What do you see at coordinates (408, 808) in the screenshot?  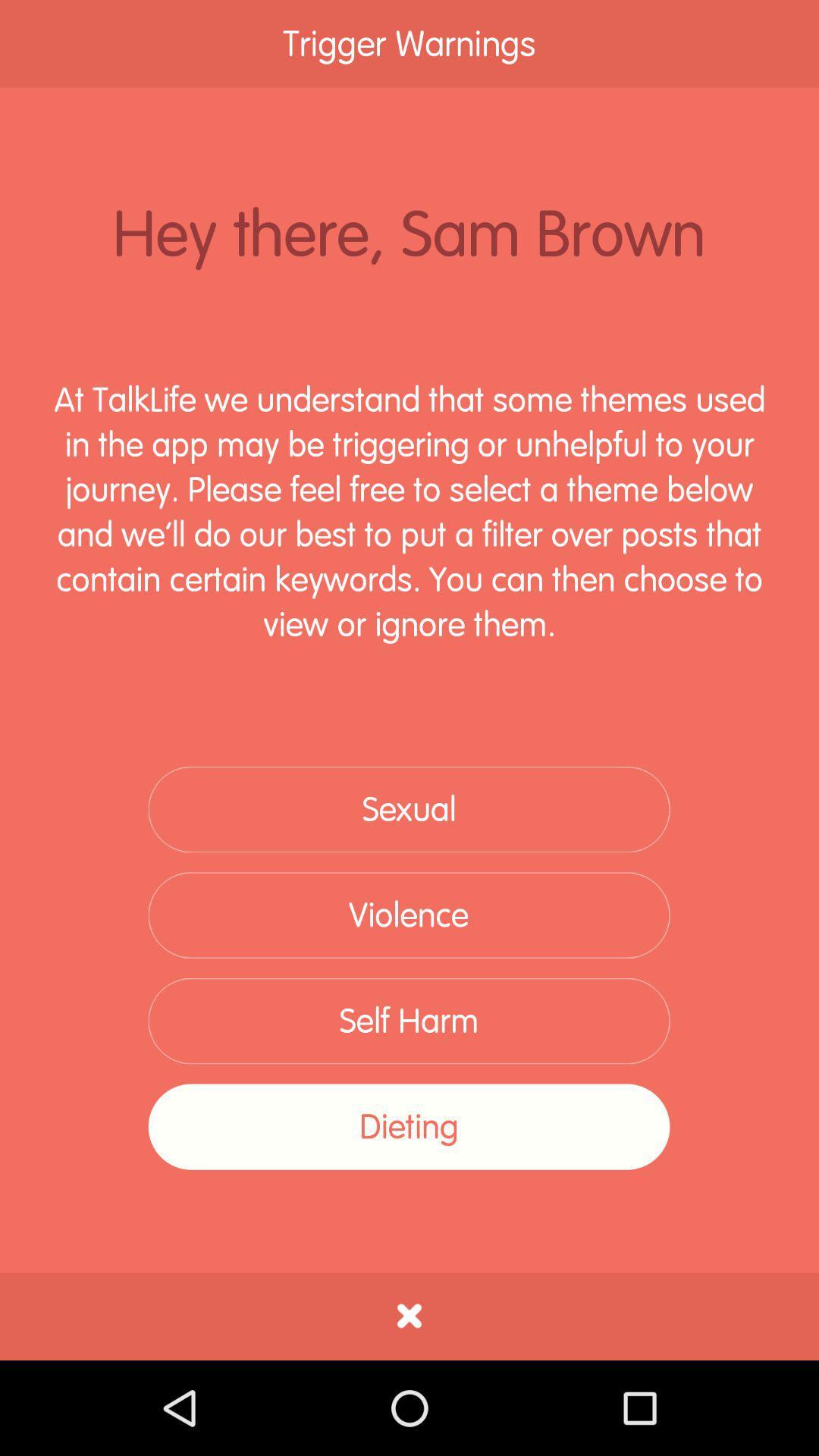 I see `the sexual icon` at bounding box center [408, 808].